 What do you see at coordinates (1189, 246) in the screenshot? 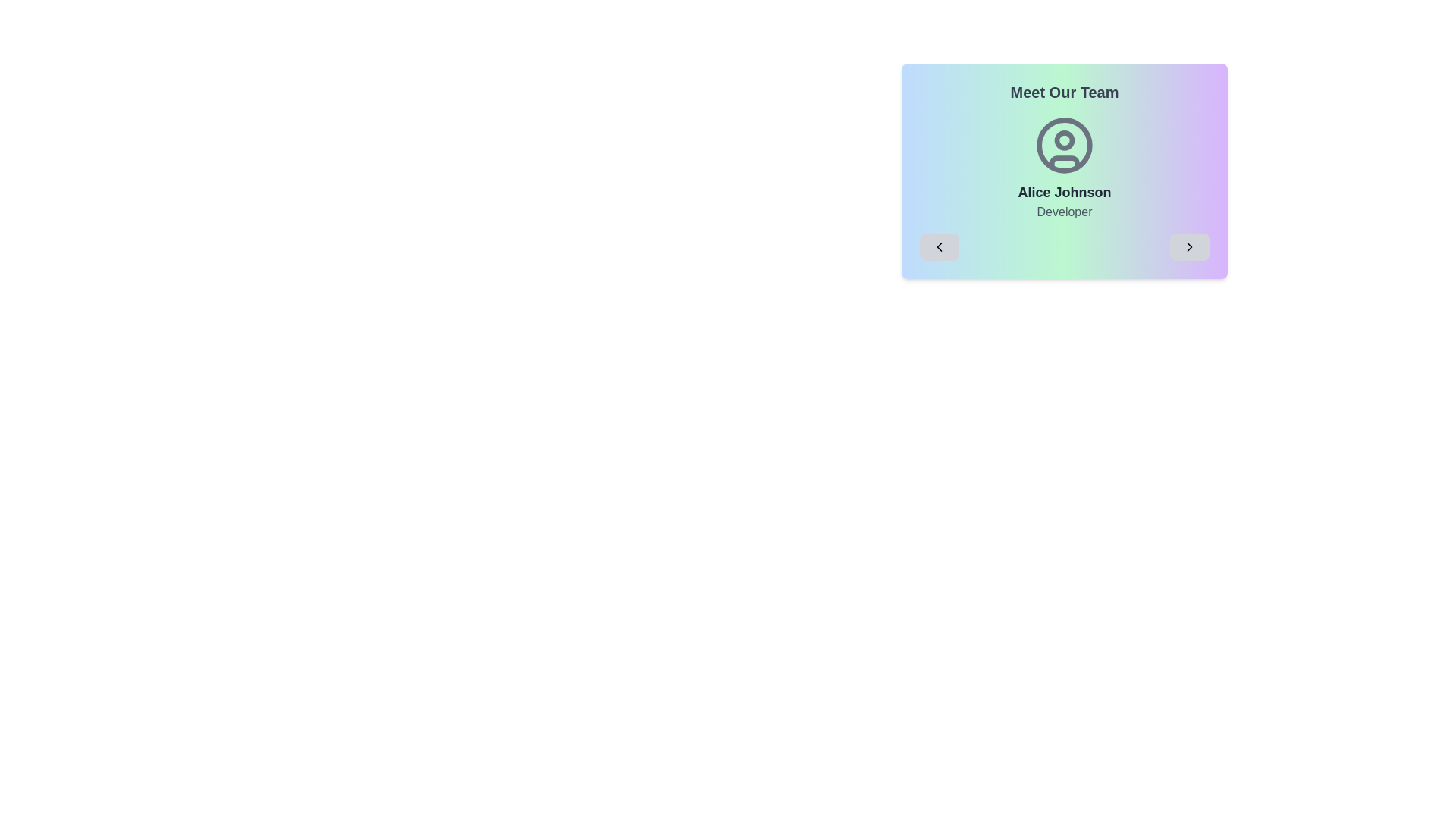
I see `the right-pointing chevron icon located at the bottom-right corner of the card interface` at bounding box center [1189, 246].